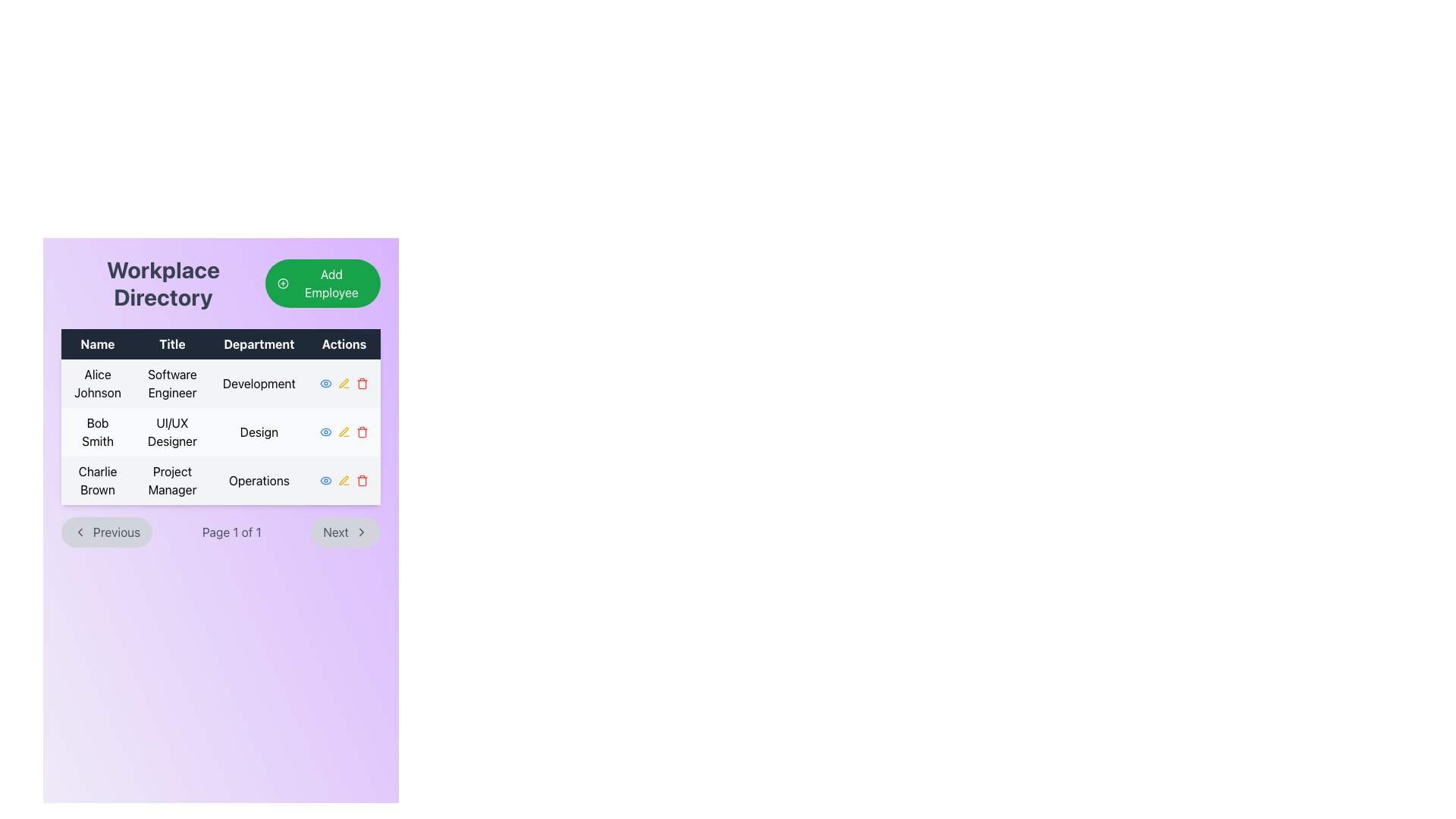  Describe the element at coordinates (79, 532) in the screenshot. I see `the leftward-pointing chevron icon that is part of the 'Previous' button` at that location.